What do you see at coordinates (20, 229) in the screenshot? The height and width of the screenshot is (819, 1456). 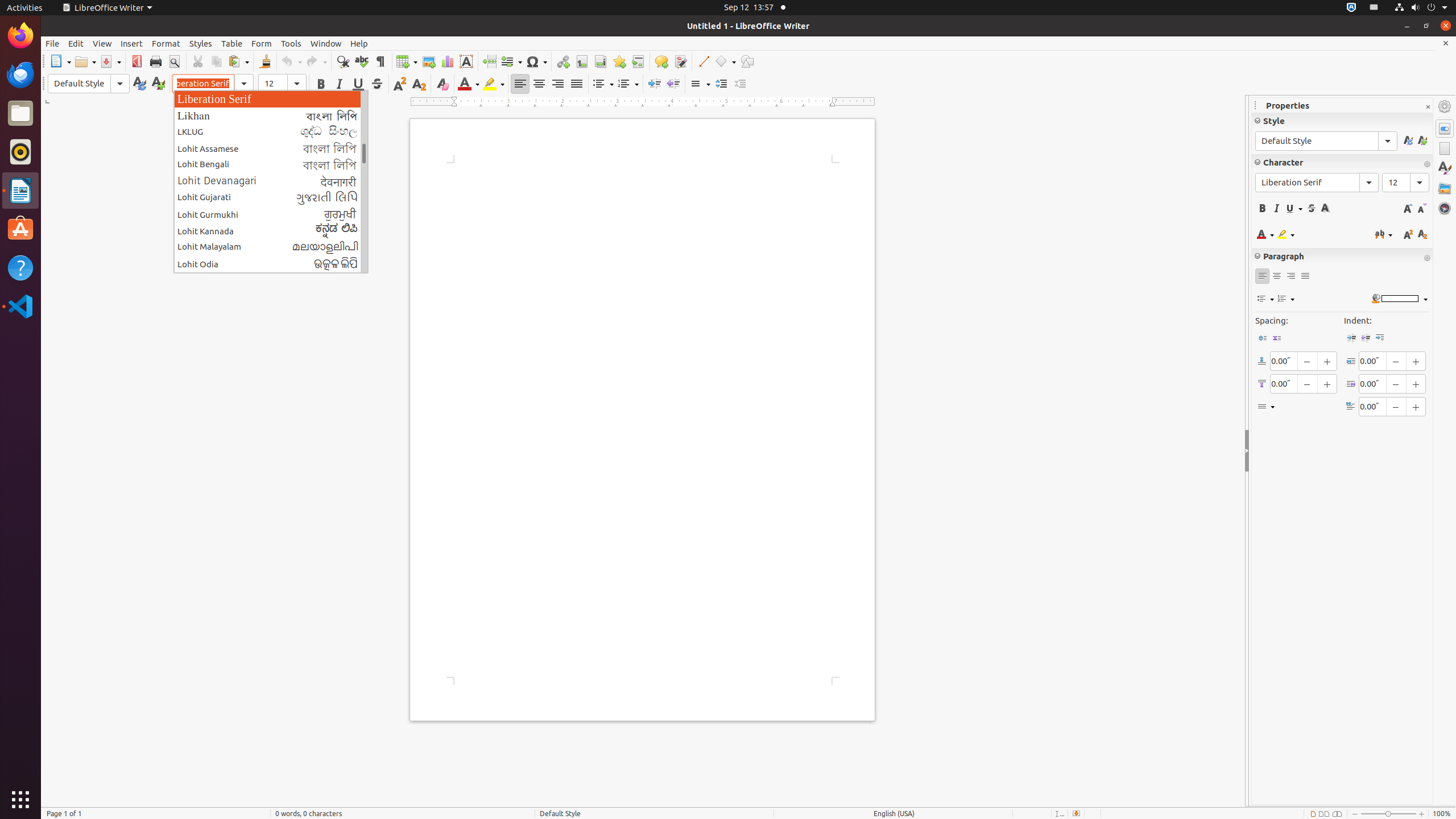 I see `'Ubuntu Software'` at bounding box center [20, 229].